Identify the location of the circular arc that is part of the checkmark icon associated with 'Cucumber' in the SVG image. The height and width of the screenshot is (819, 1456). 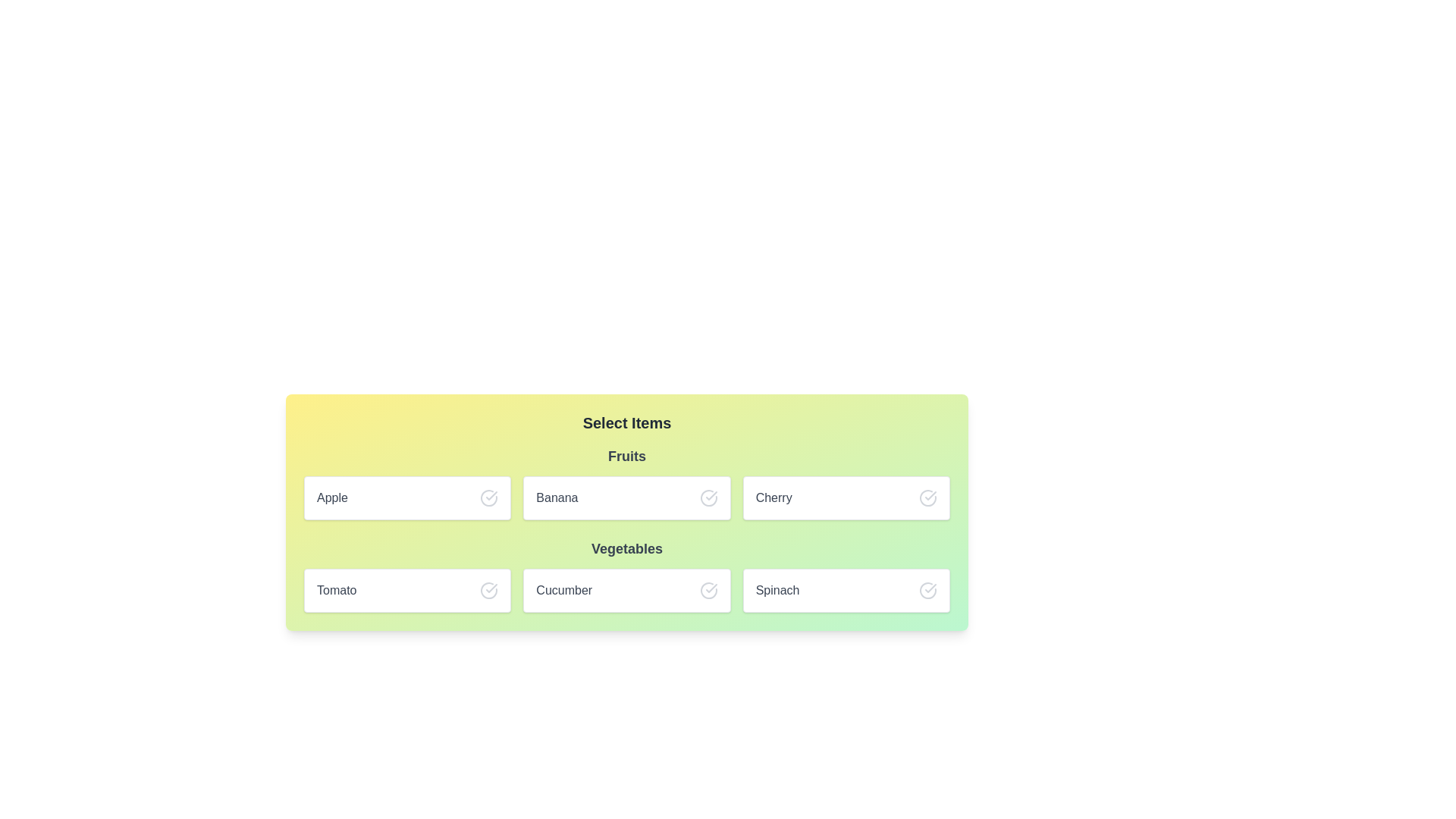
(708, 590).